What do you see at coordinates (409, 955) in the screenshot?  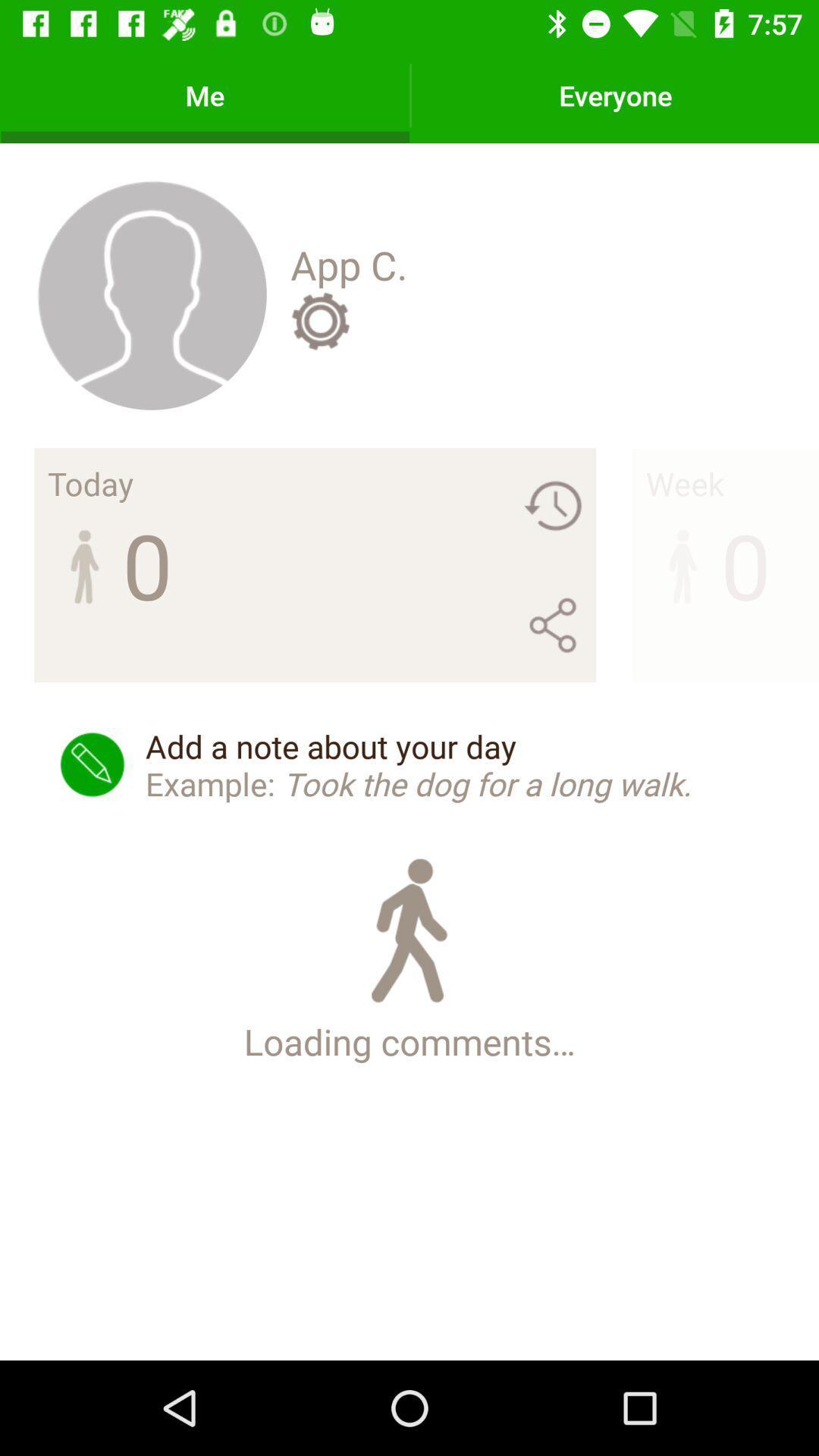 I see `icon below the add a note` at bounding box center [409, 955].